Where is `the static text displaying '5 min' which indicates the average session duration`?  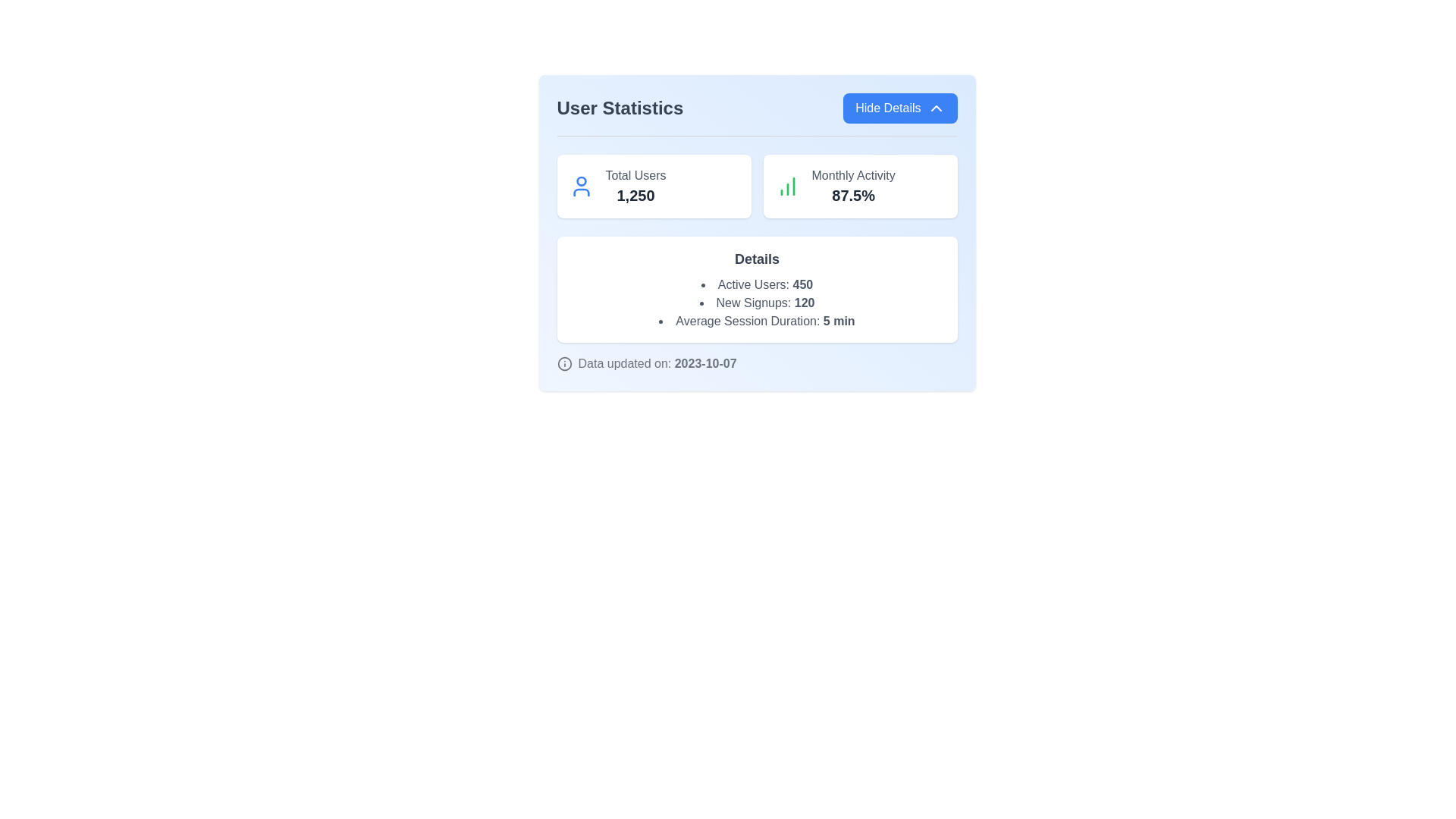
the static text displaying '5 min' which indicates the average session duration is located at coordinates (838, 320).